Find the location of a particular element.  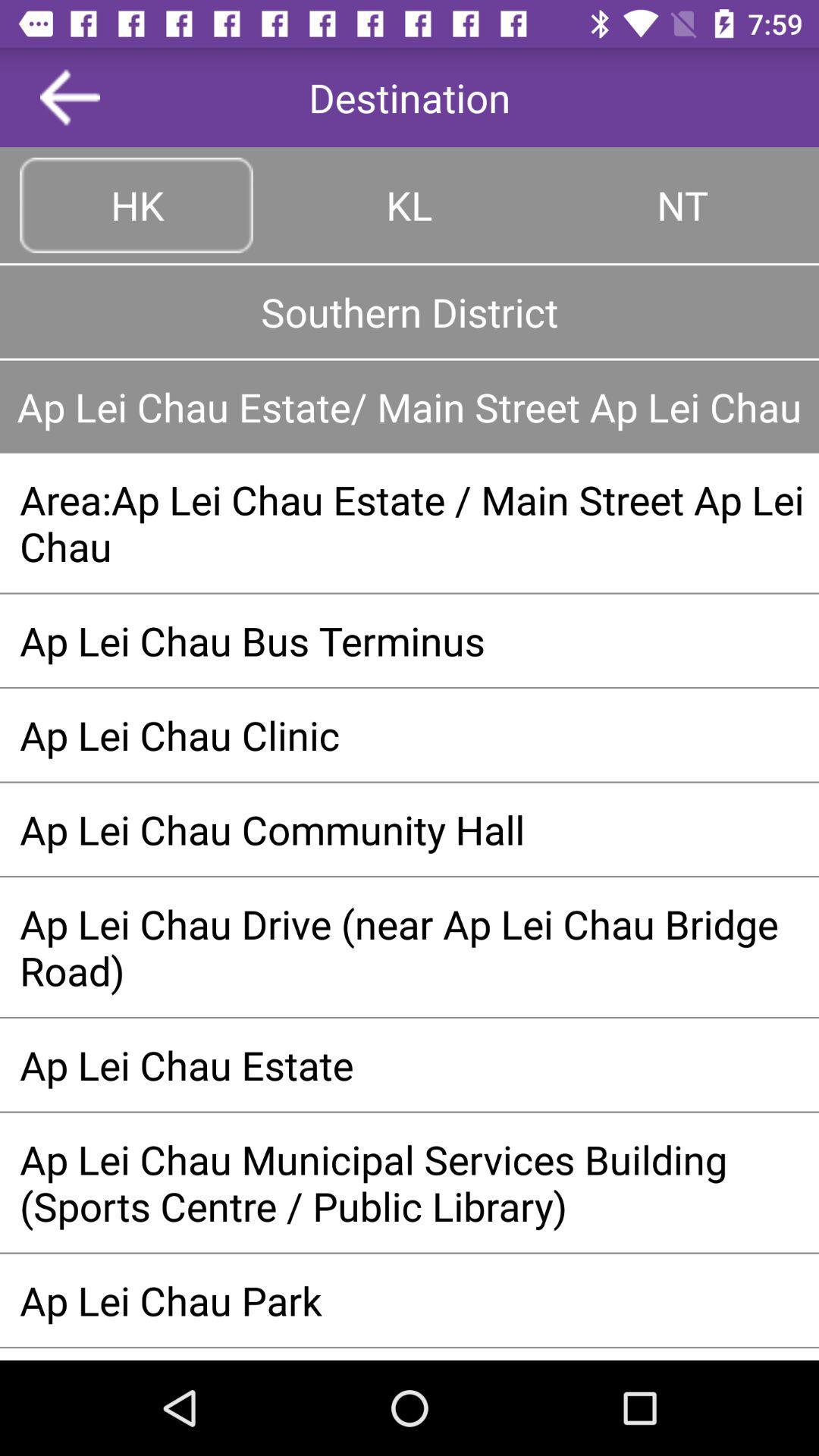

the area ap lei is located at coordinates (409, 522).